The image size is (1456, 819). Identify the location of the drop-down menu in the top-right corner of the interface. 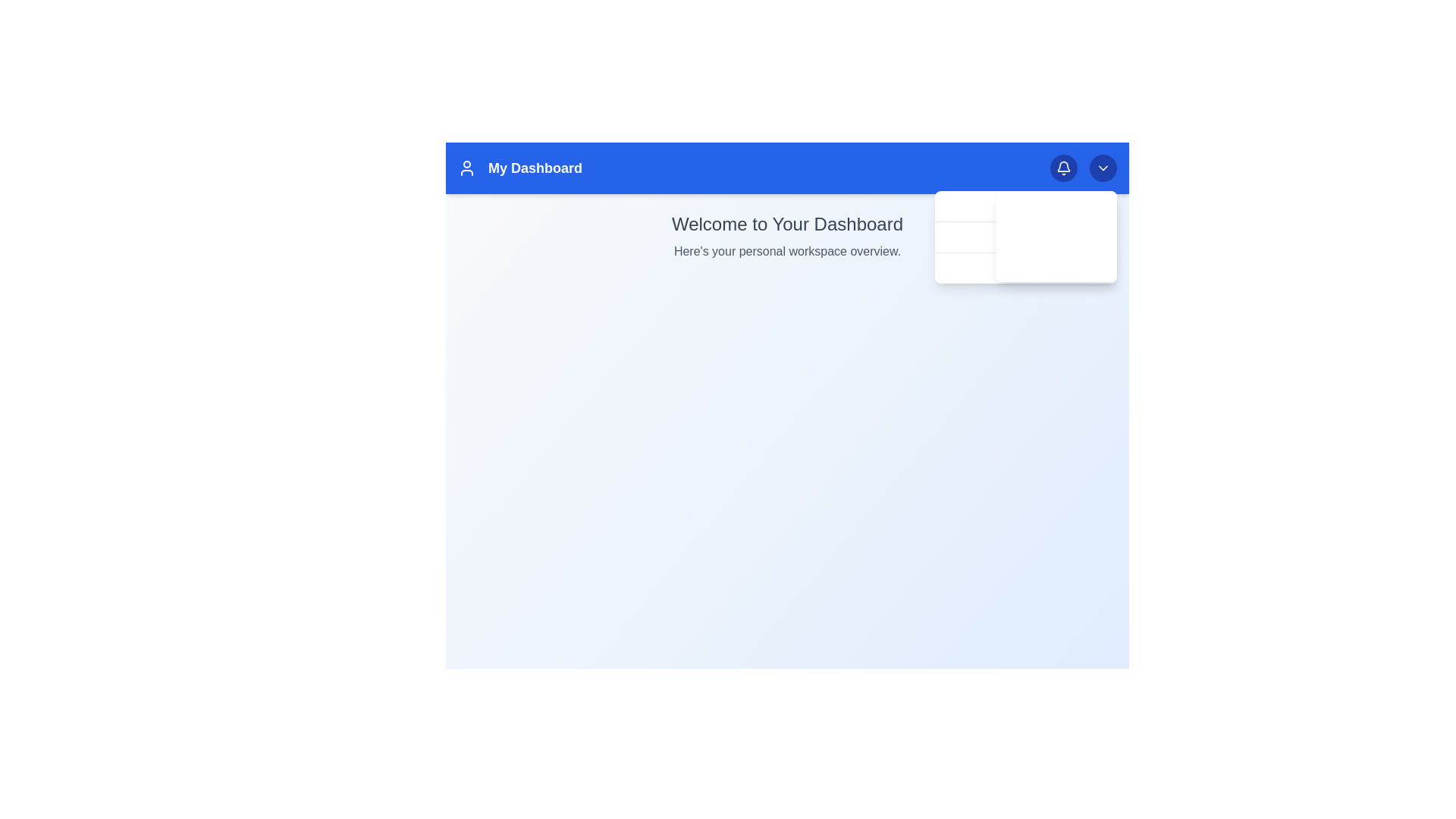
(1055, 237).